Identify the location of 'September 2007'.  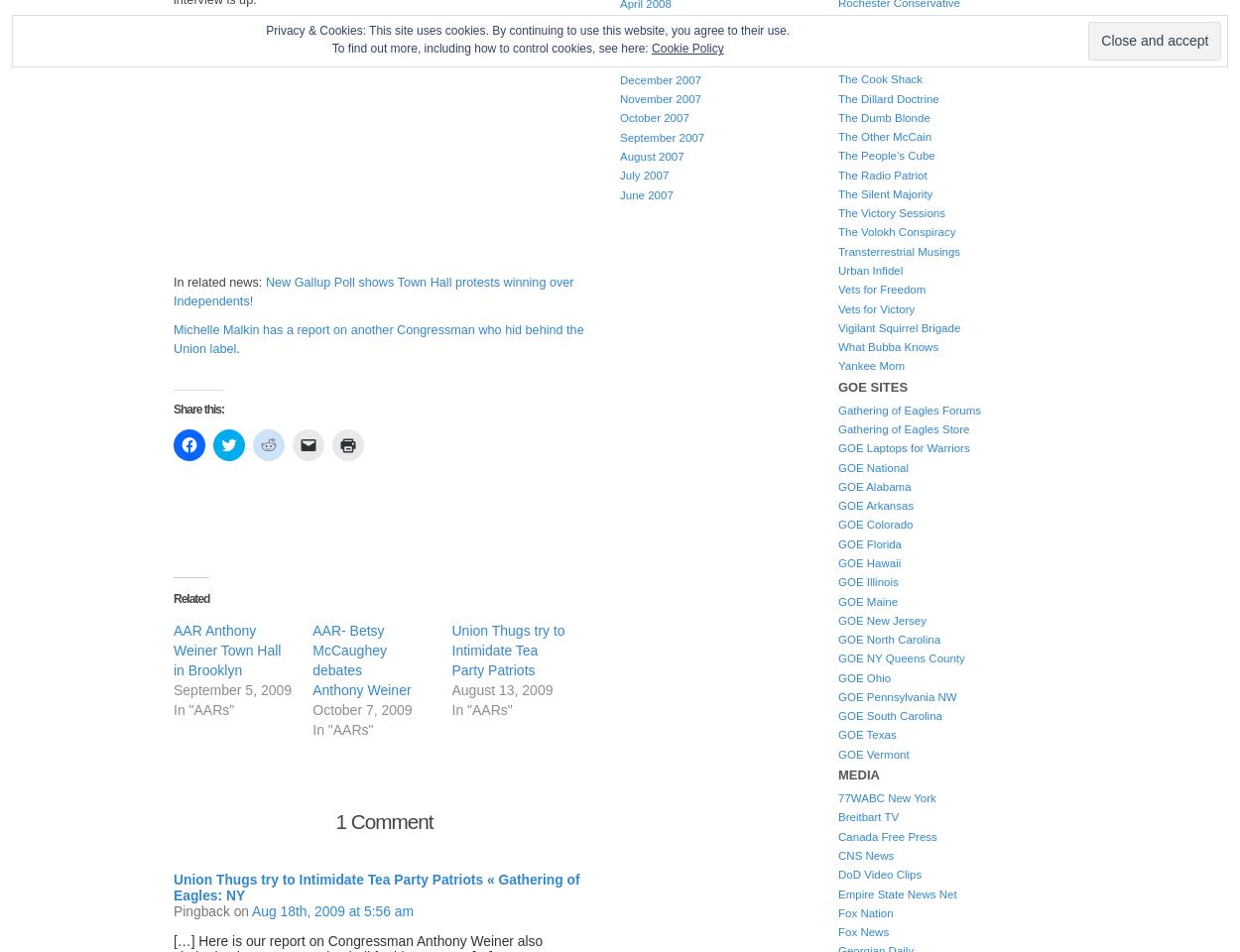
(620, 135).